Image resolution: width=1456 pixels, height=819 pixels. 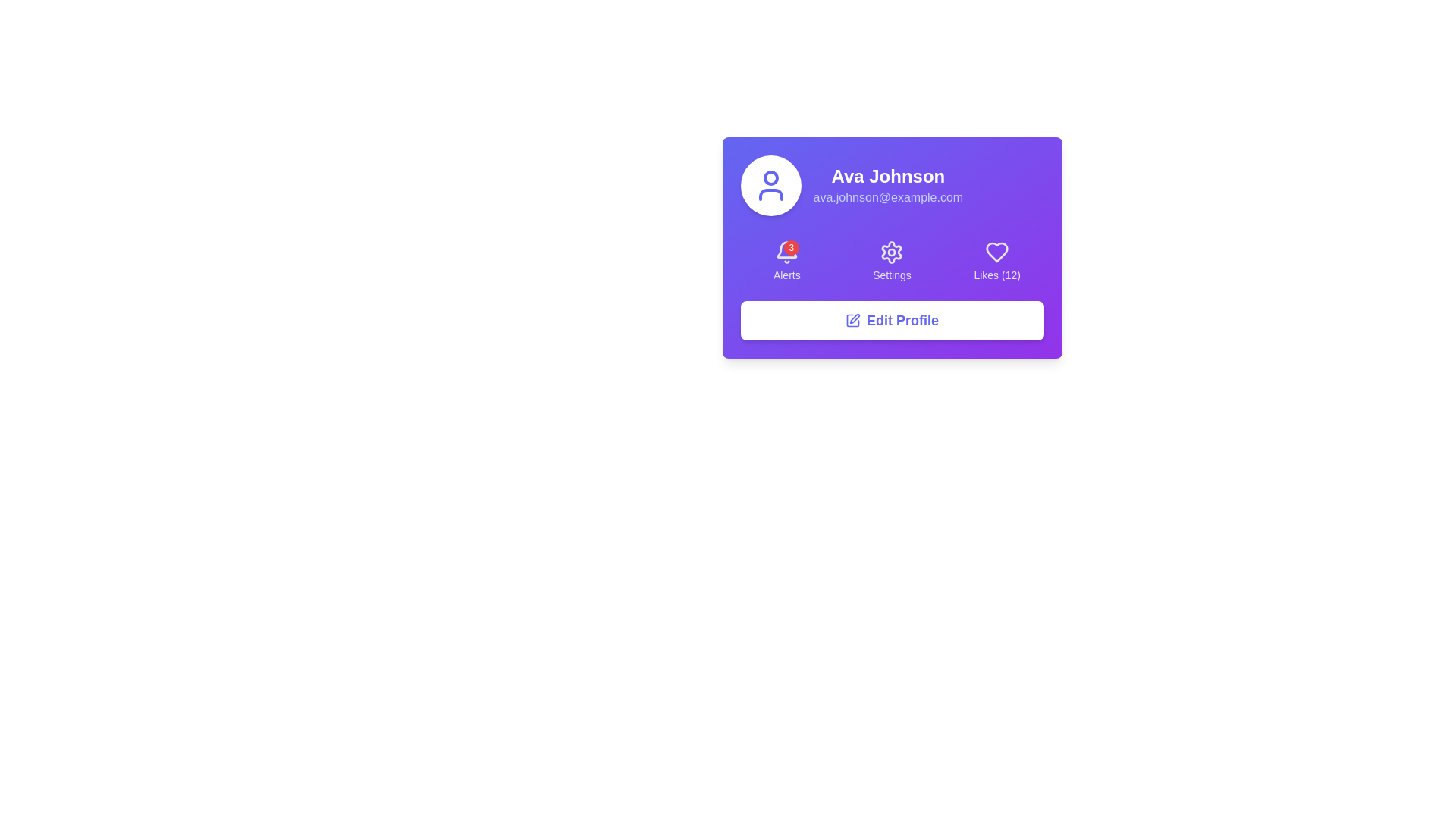 I want to click on to select the profile represented by the circular user icon and the name 'Ava Johnson' in the Profile Information Display, so click(x=892, y=185).